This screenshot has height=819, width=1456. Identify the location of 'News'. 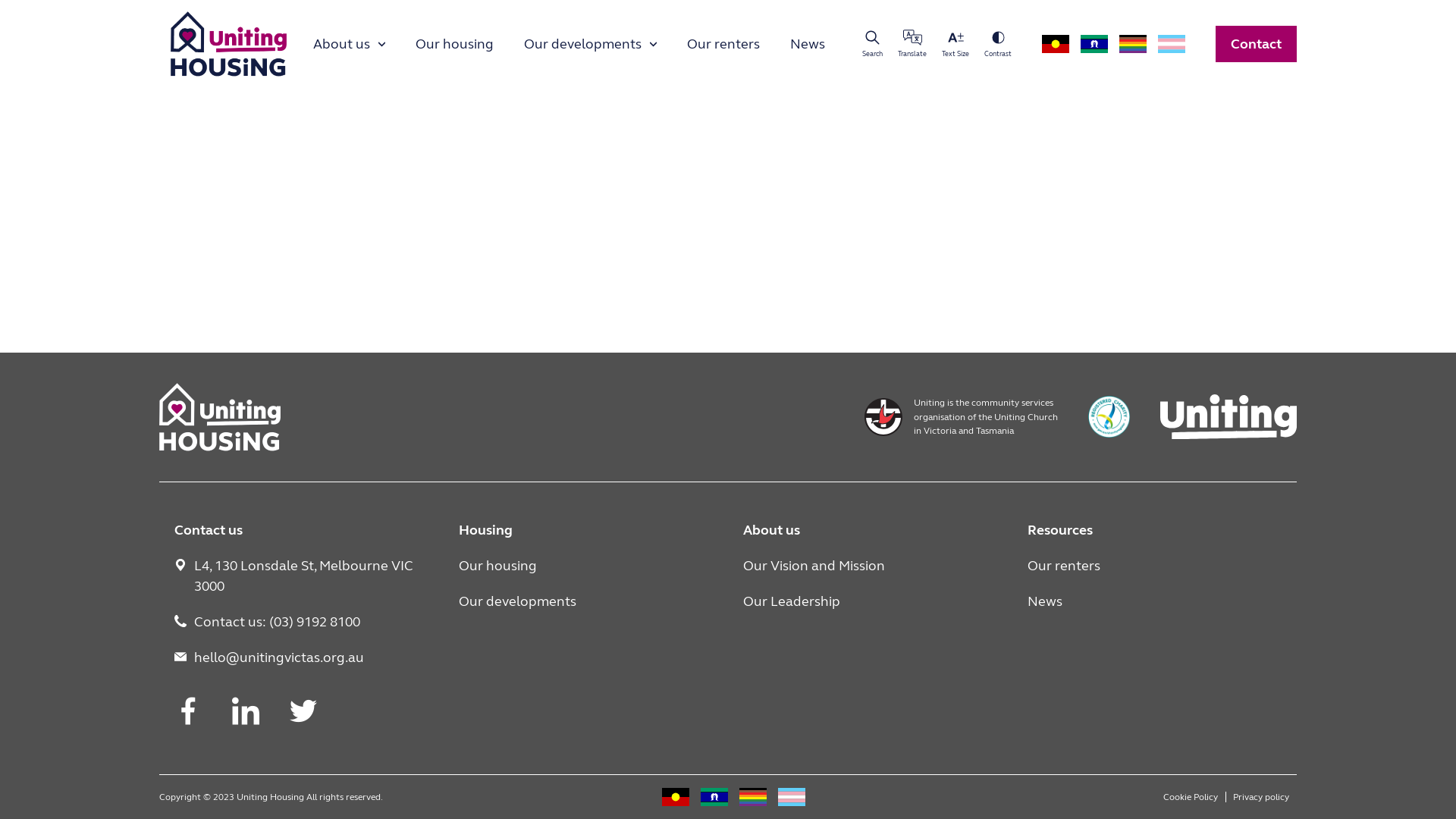
(1012, 601).